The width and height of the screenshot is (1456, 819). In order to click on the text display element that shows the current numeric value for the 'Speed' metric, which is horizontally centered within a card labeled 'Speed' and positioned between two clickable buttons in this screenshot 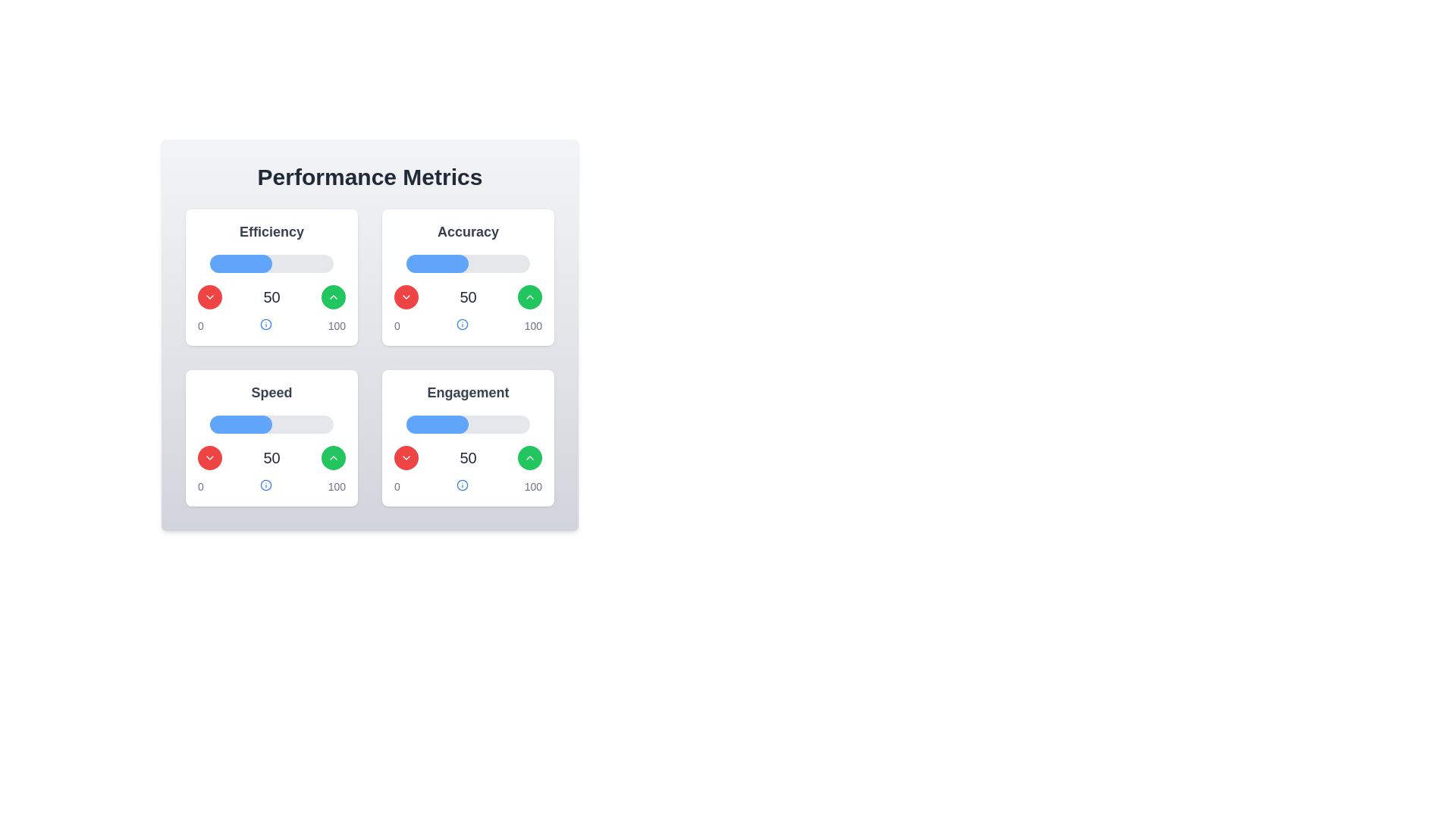, I will do `click(271, 457)`.